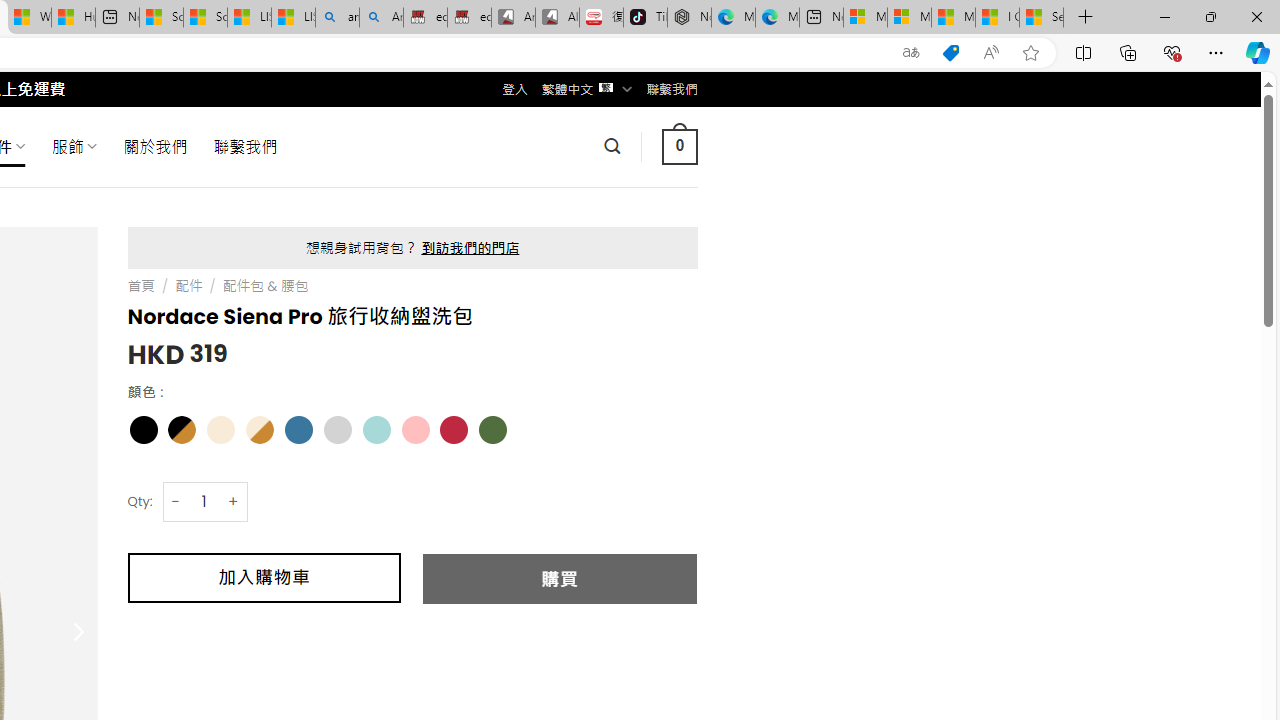 The width and height of the screenshot is (1280, 720). What do you see at coordinates (679, 145) in the screenshot?
I see `'  0  '` at bounding box center [679, 145].